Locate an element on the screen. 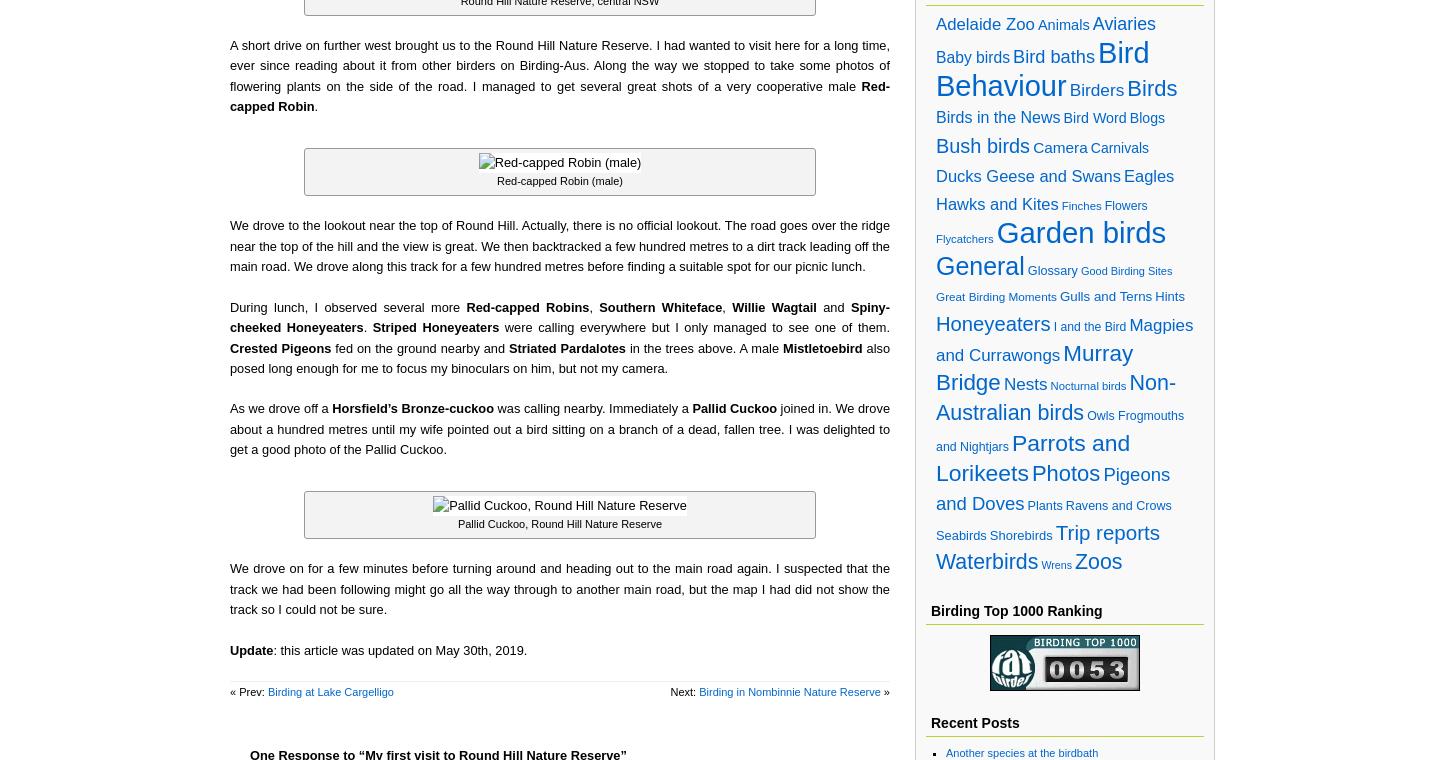  'Birding at Lake Cargelligo' is located at coordinates (330, 691).